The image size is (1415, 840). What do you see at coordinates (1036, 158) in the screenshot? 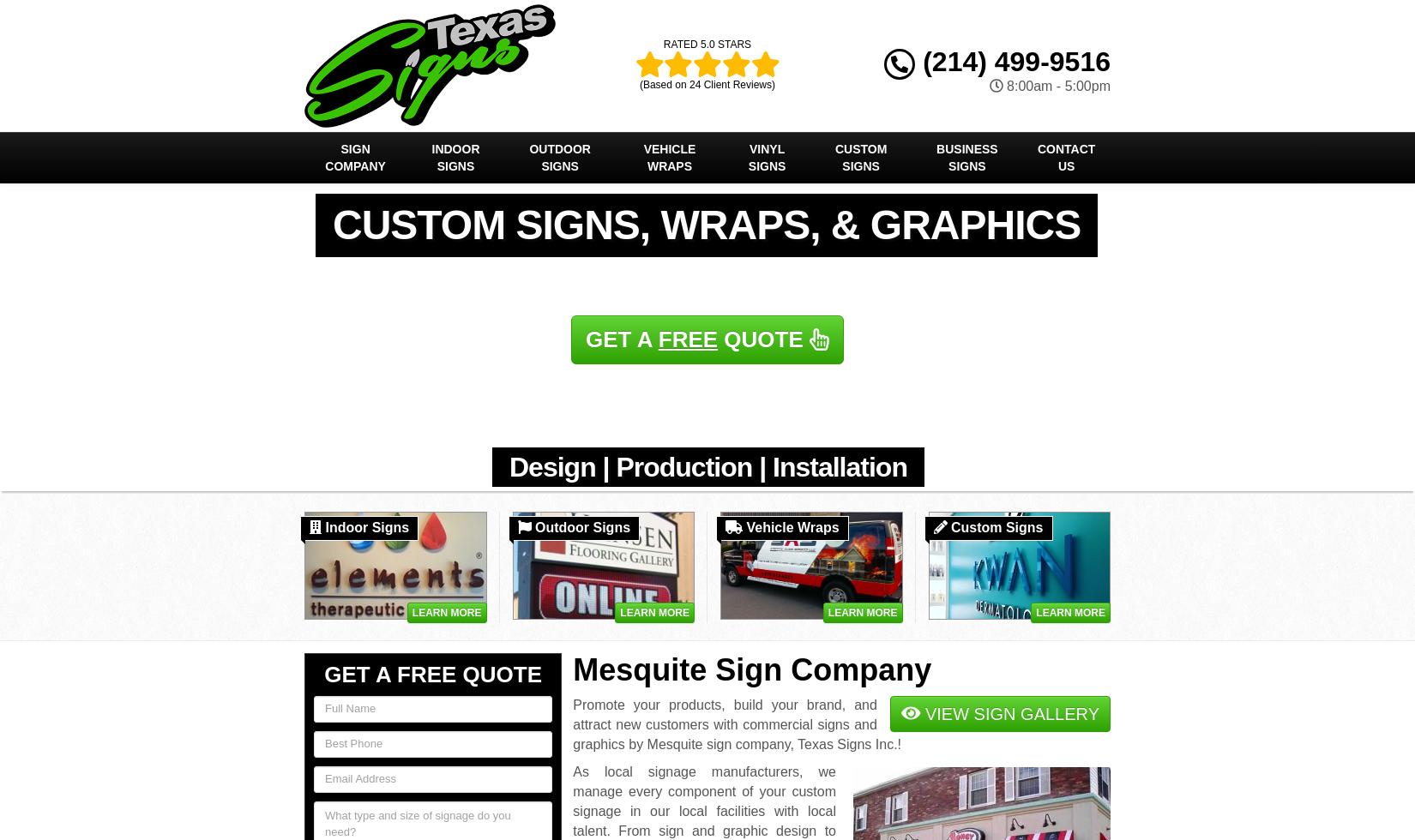
I see `'Contact Us'` at bounding box center [1036, 158].